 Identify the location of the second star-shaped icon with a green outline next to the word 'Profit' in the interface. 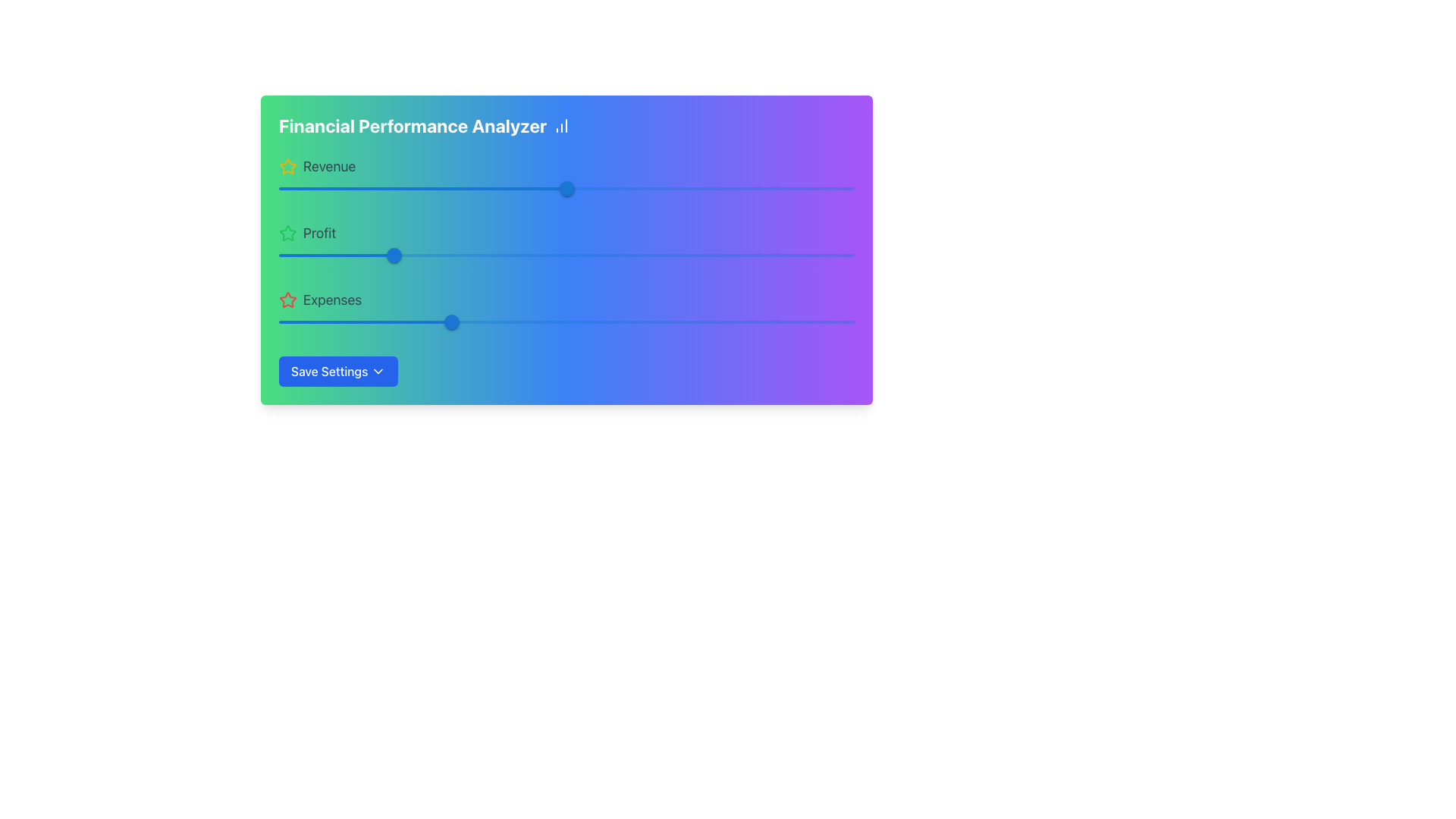
(287, 233).